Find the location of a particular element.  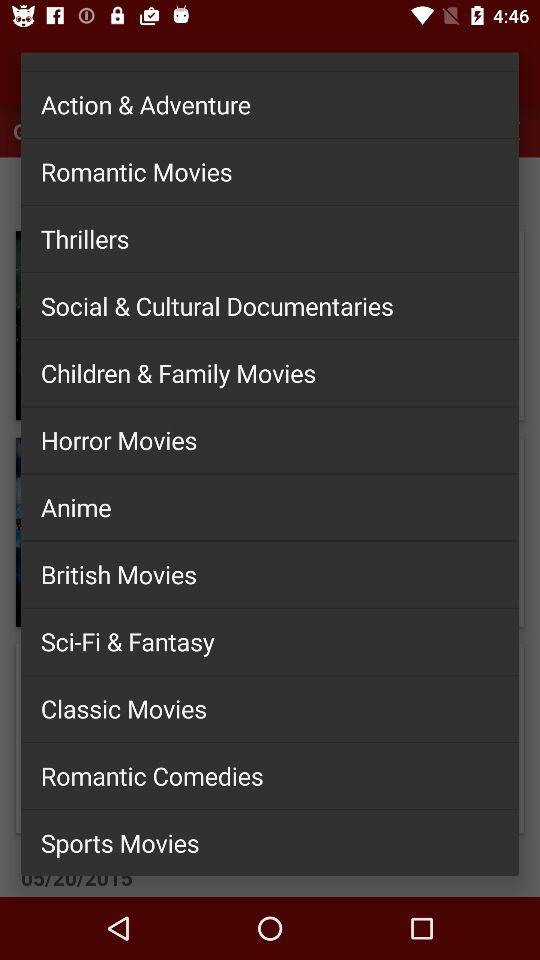

the    romantic comedies is located at coordinates (270, 774).